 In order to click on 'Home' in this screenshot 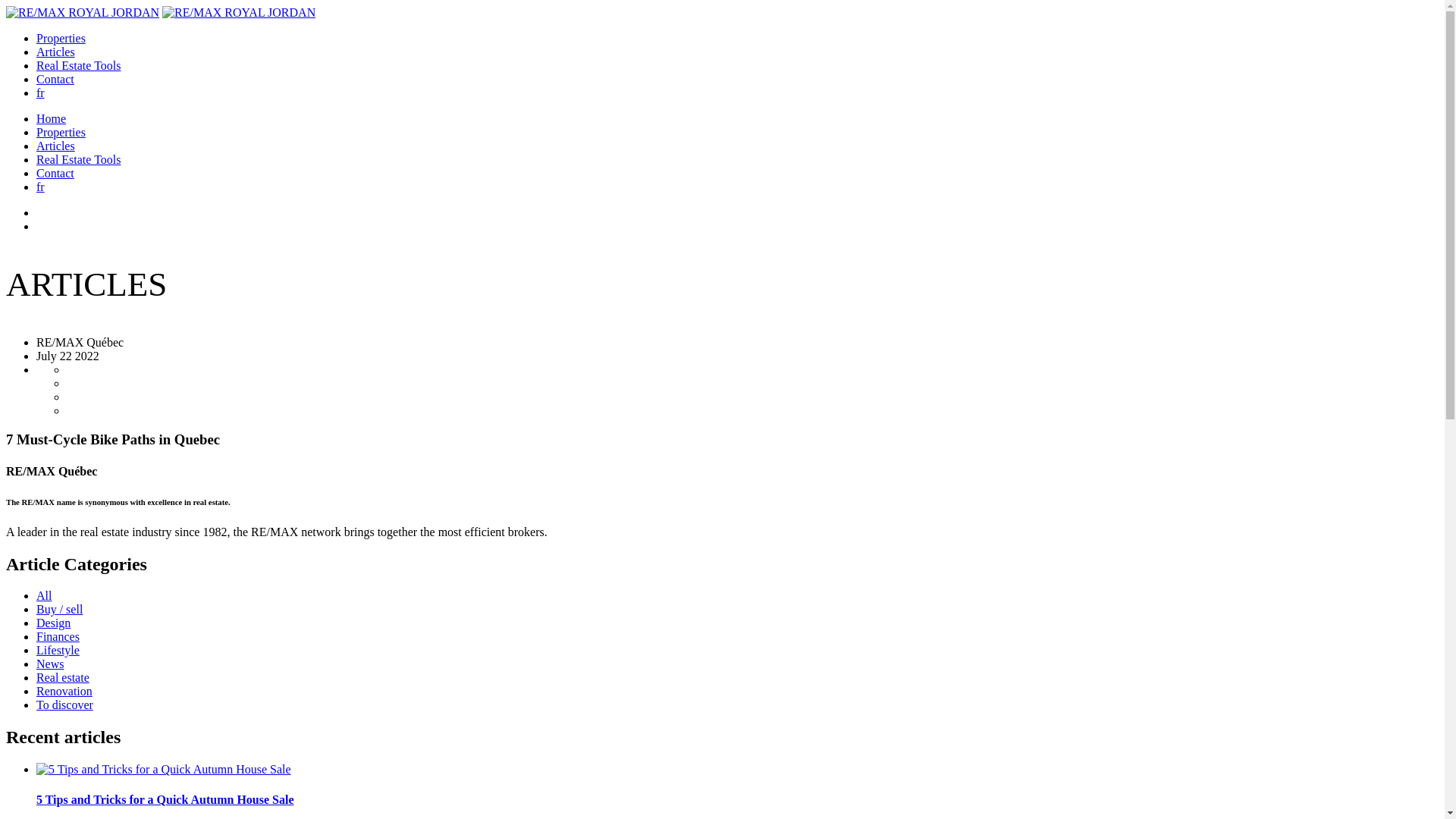, I will do `click(51, 118)`.